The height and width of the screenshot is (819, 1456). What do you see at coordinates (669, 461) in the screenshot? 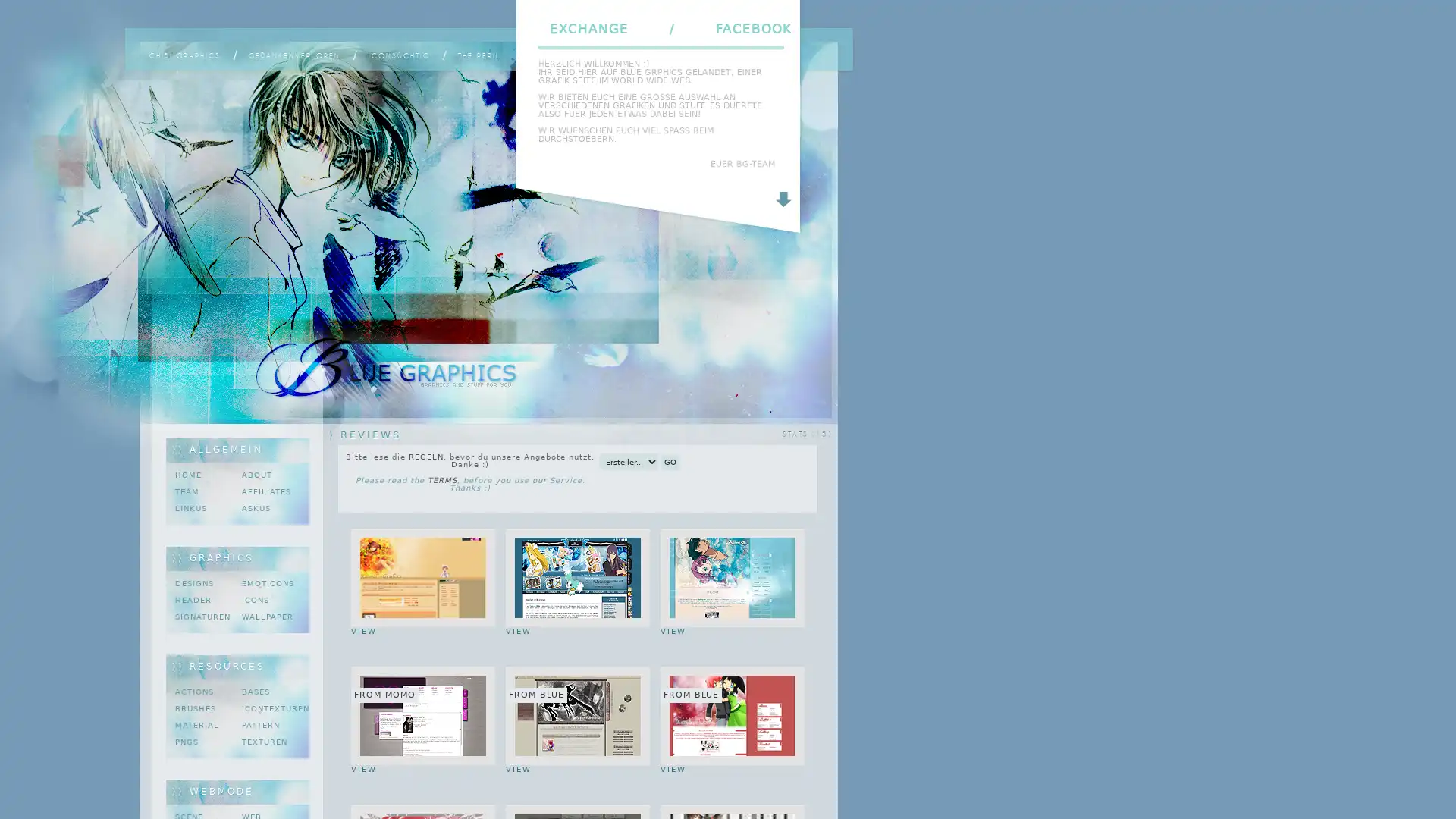
I see `GO` at bounding box center [669, 461].